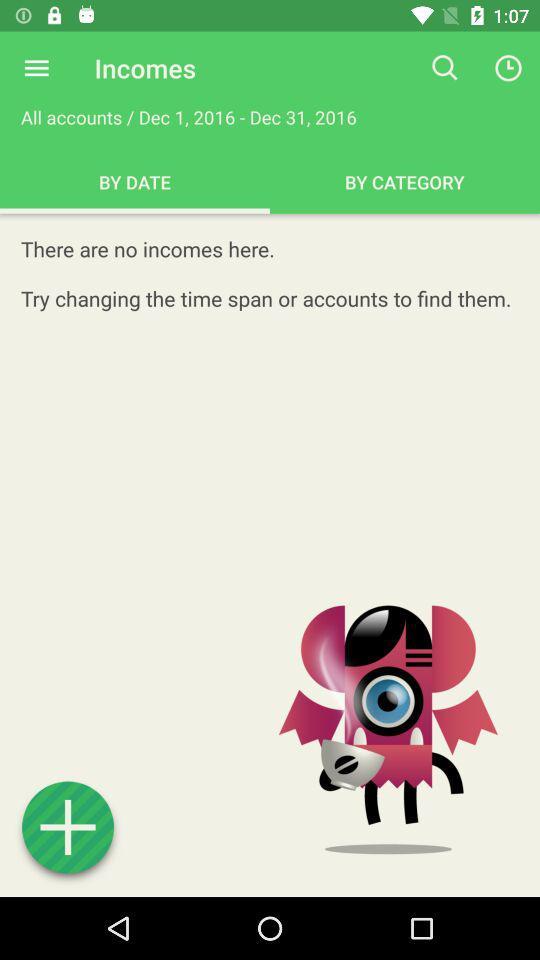  What do you see at coordinates (36, 68) in the screenshot?
I see `open menu` at bounding box center [36, 68].